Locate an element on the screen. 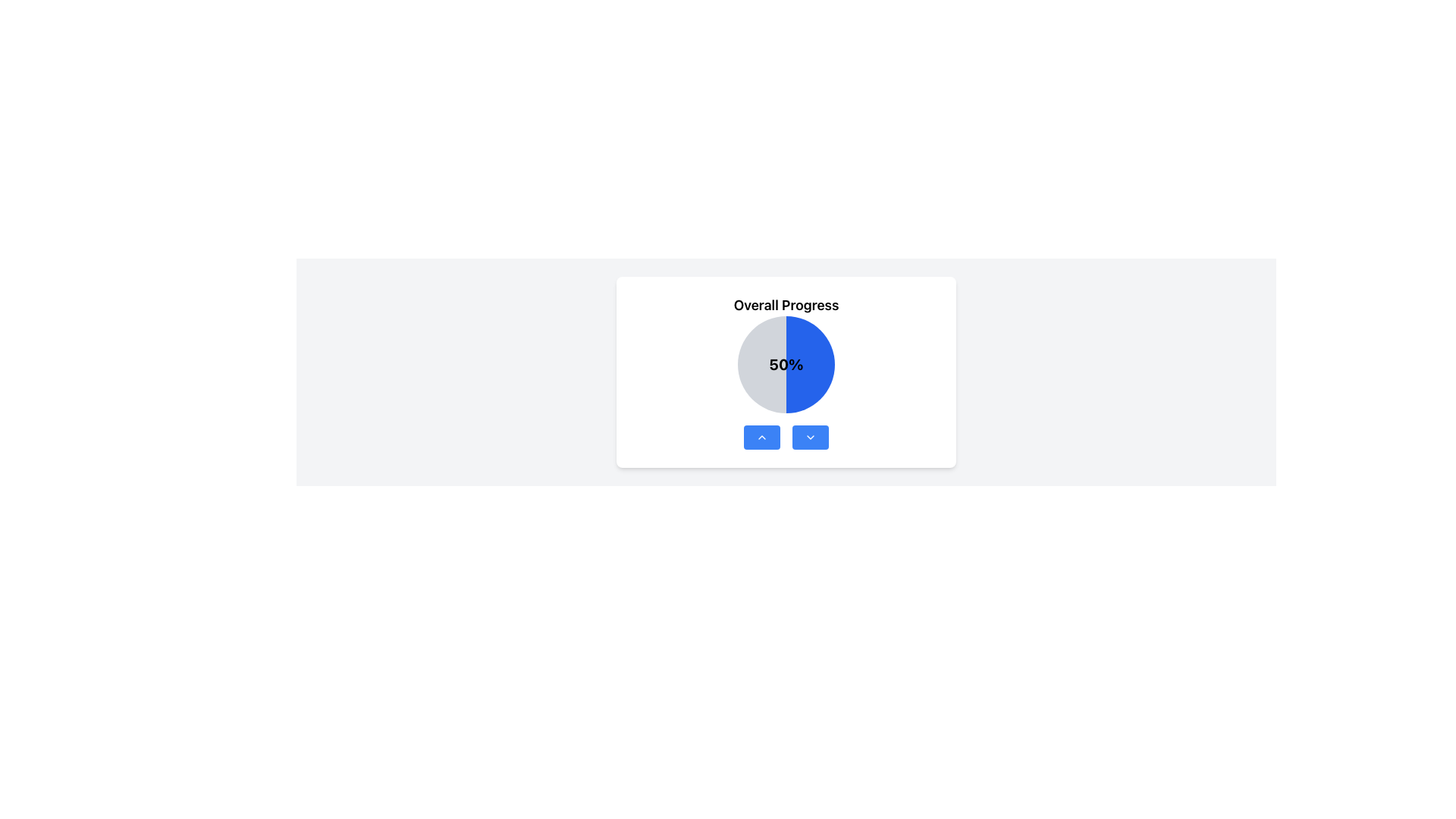 This screenshot has width=1456, height=819. the SVG Icon located in the left button below the progress chart is located at coordinates (761, 438).